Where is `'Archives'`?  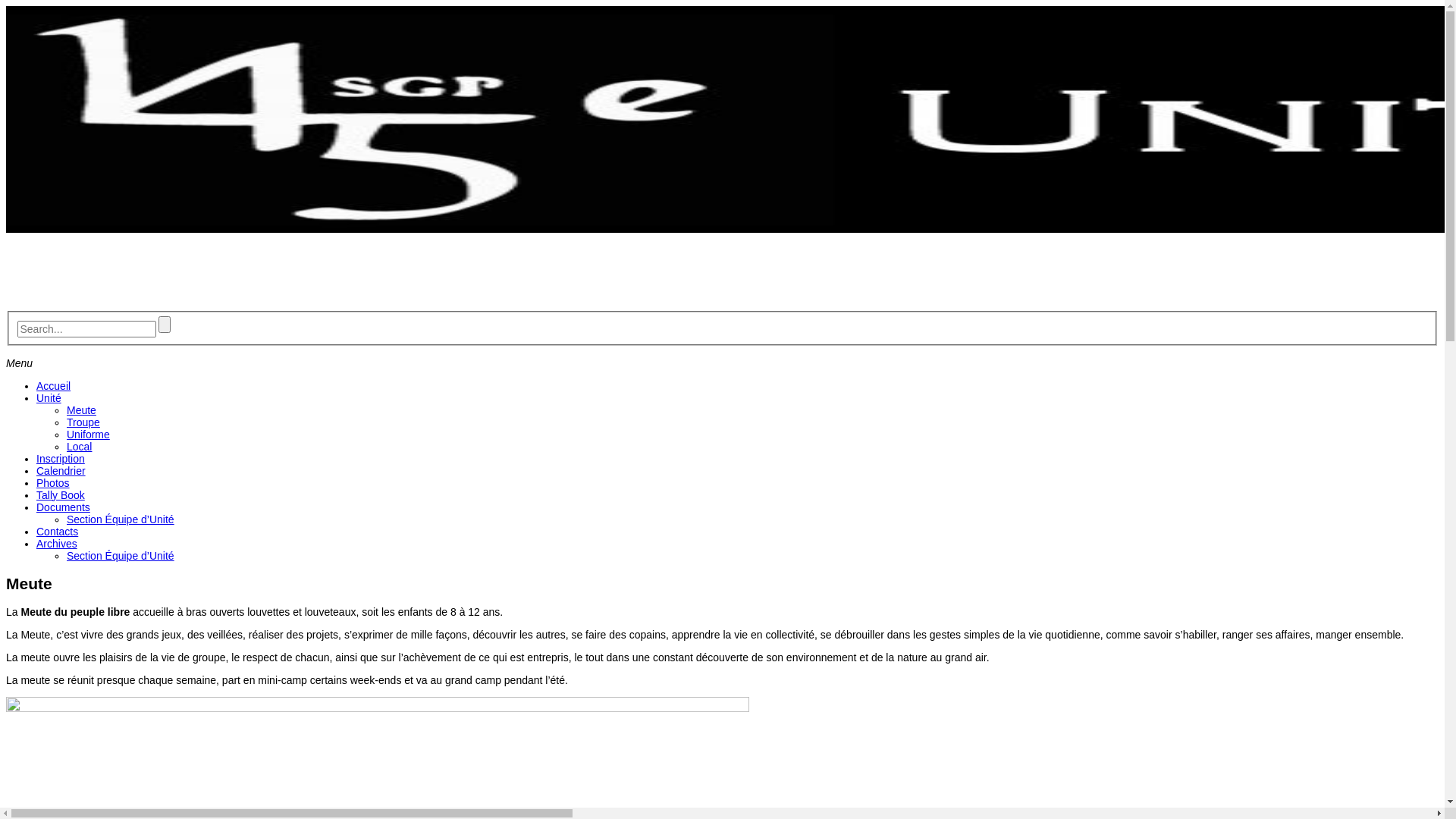 'Archives' is located at coordinates (57, 543).